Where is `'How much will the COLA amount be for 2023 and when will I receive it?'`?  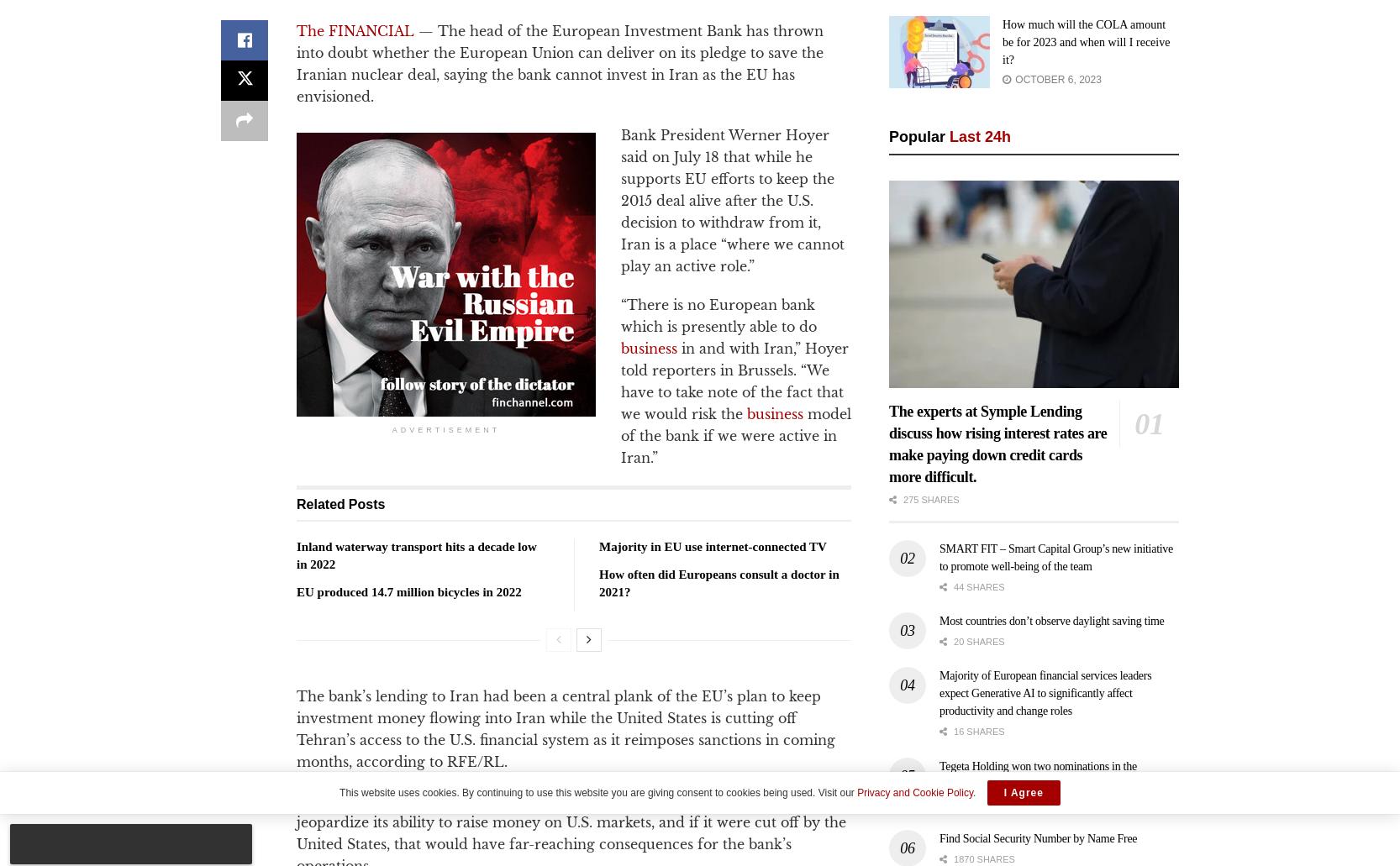
'How much will the COLA amount be for 2023 and when will I receive it?' is located at coordinates (1085, 41).